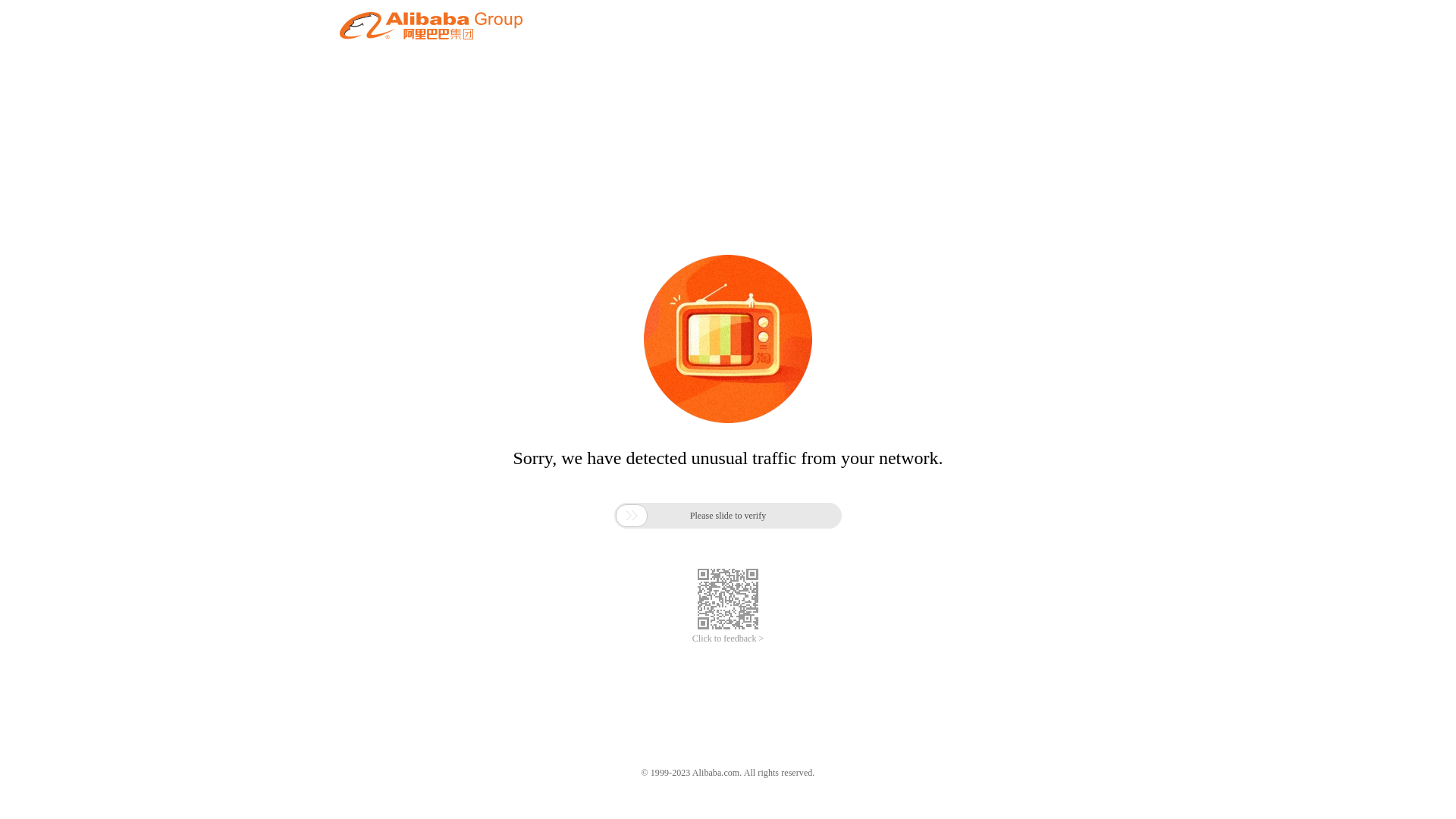  I want to click on 'Click to feedback >', so click(728, 639).